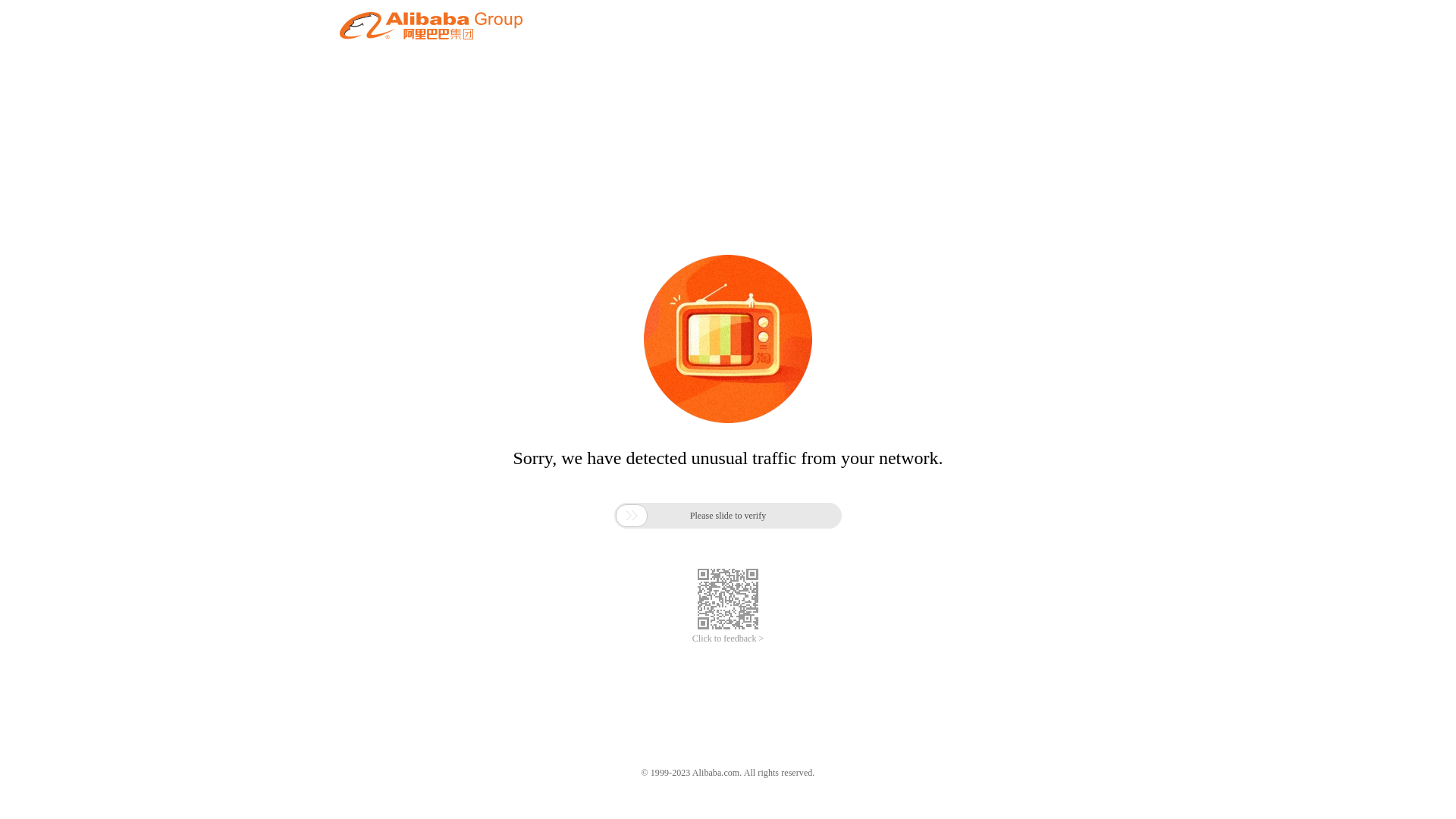  I want to click on 'Click to feedback >', so click(728, 639).